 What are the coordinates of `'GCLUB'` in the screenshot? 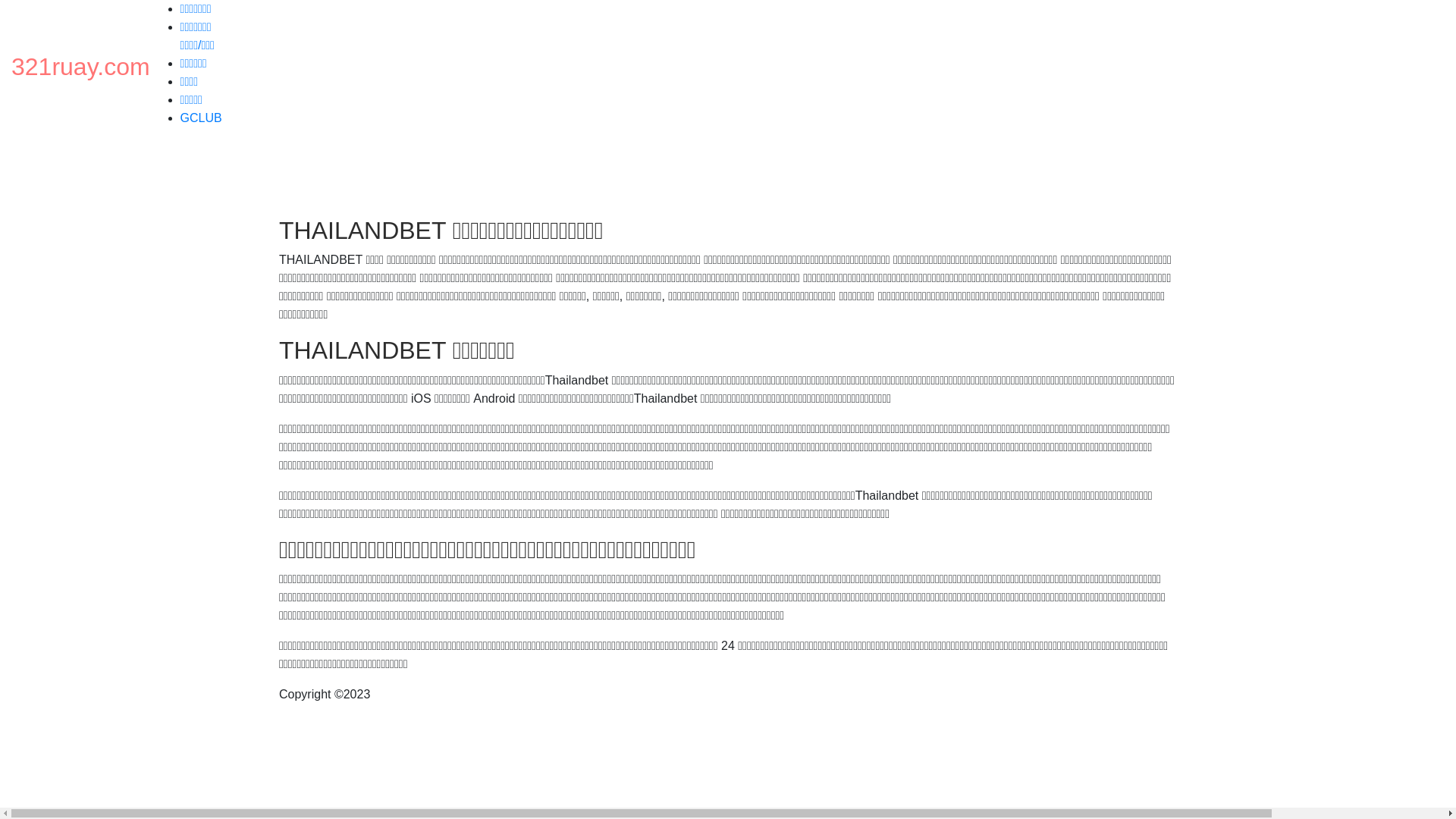 It's located at (200, 117).